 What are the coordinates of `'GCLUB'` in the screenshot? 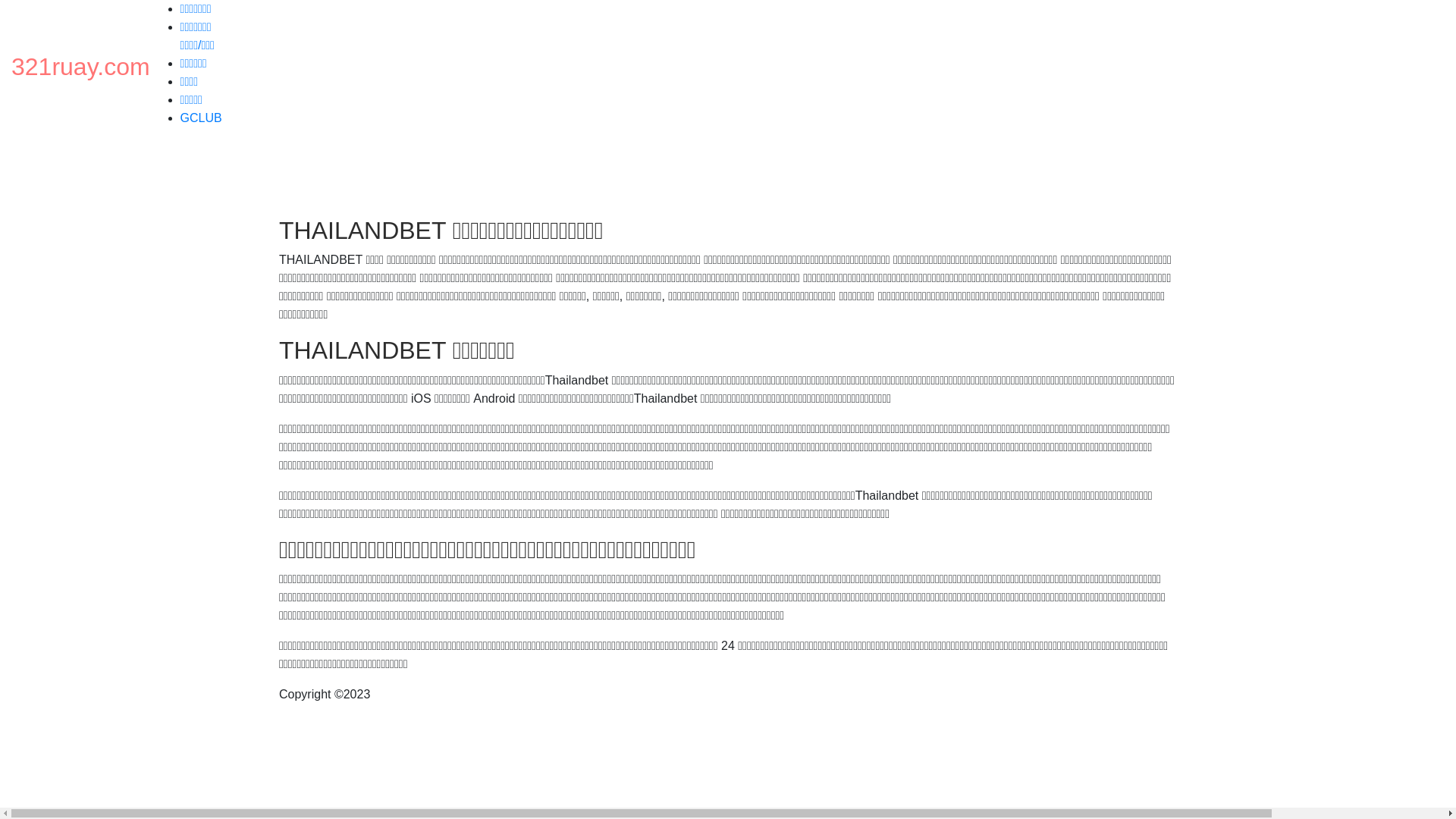 It's located at (200, 117).